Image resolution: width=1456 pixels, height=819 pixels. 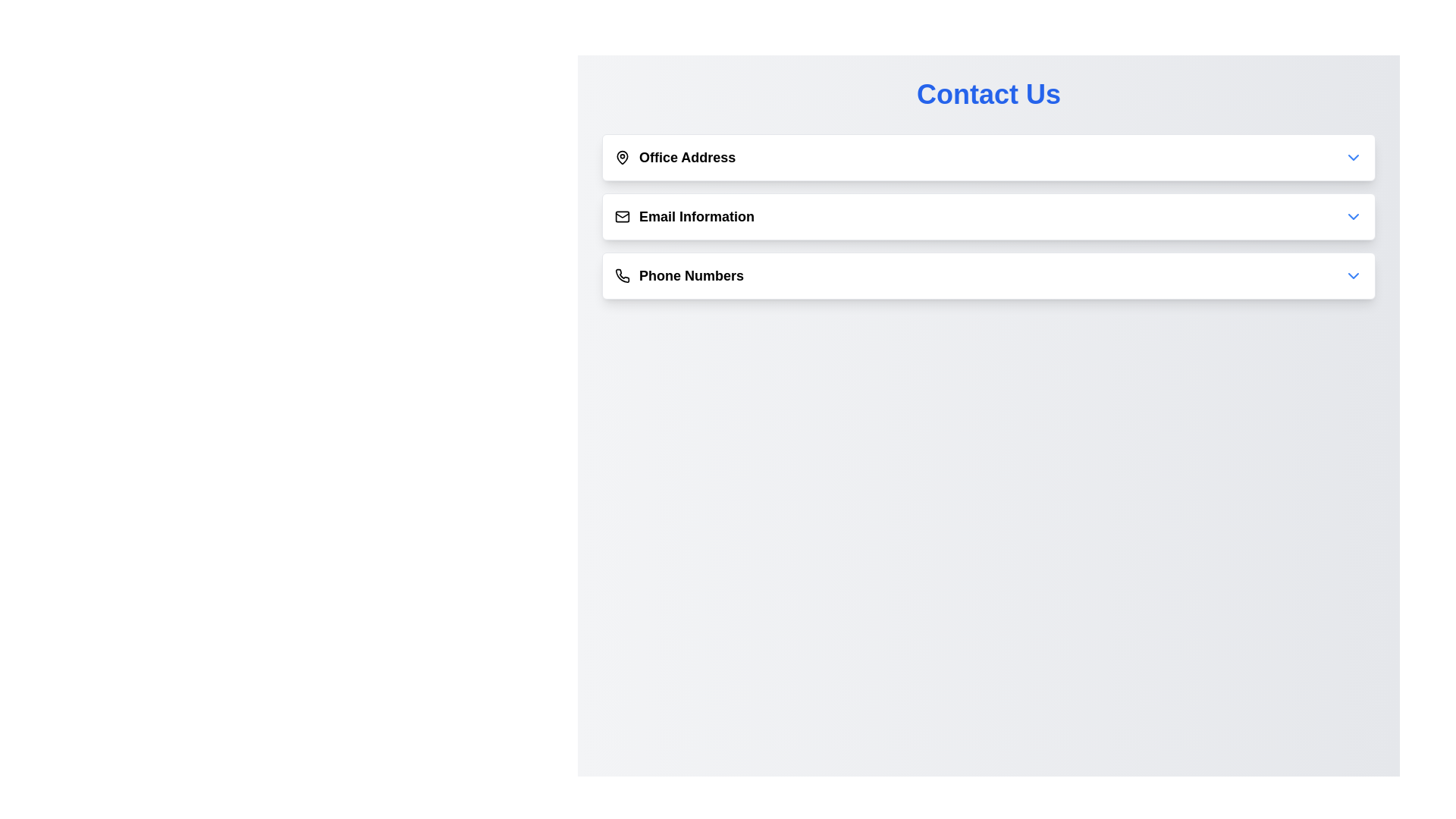 What do you see at coordinates (1354, 216) in the screenshot?
I see `the chevron-down SVG icon located at the far right of the 'Email Information' section` at bounding box center [1354, 216].